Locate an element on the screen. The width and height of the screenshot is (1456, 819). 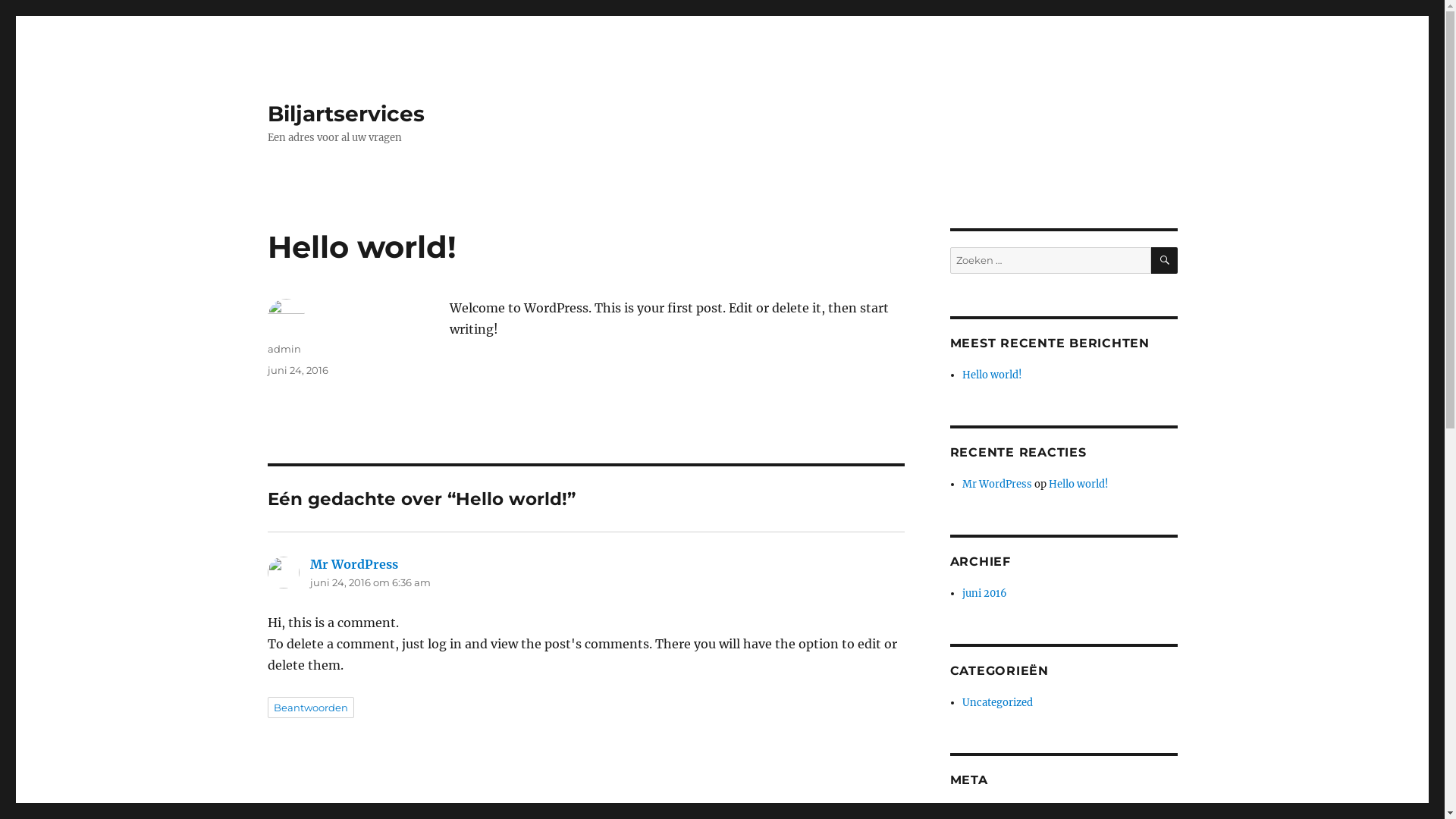
'Mr WordPress' is located at coordinates (309, 564).